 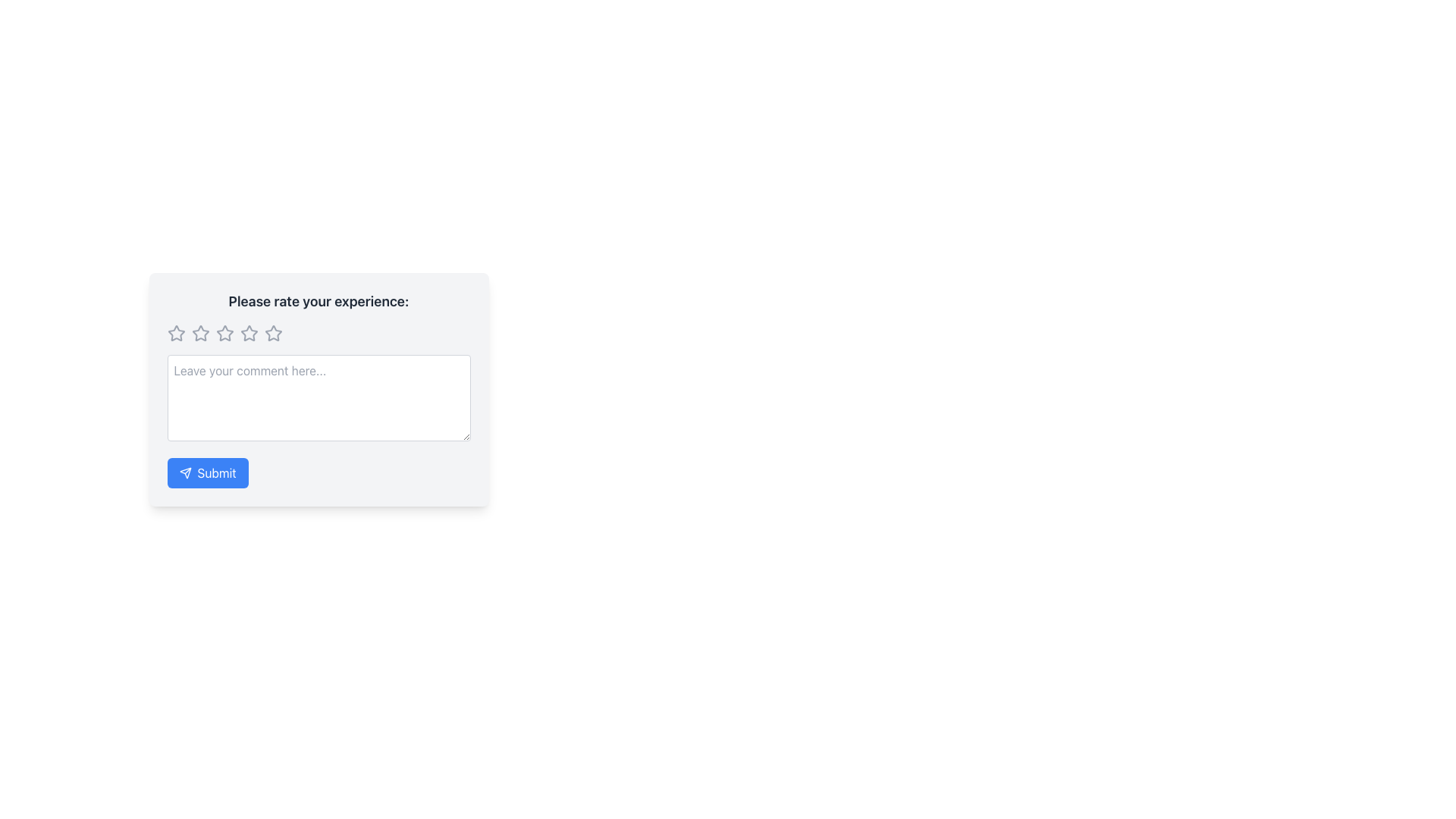 What do you see at coordinates (249, 332) in the screenshot?
I see `the second star icon, which is highlighted in red` at bounding box center [249, 332].